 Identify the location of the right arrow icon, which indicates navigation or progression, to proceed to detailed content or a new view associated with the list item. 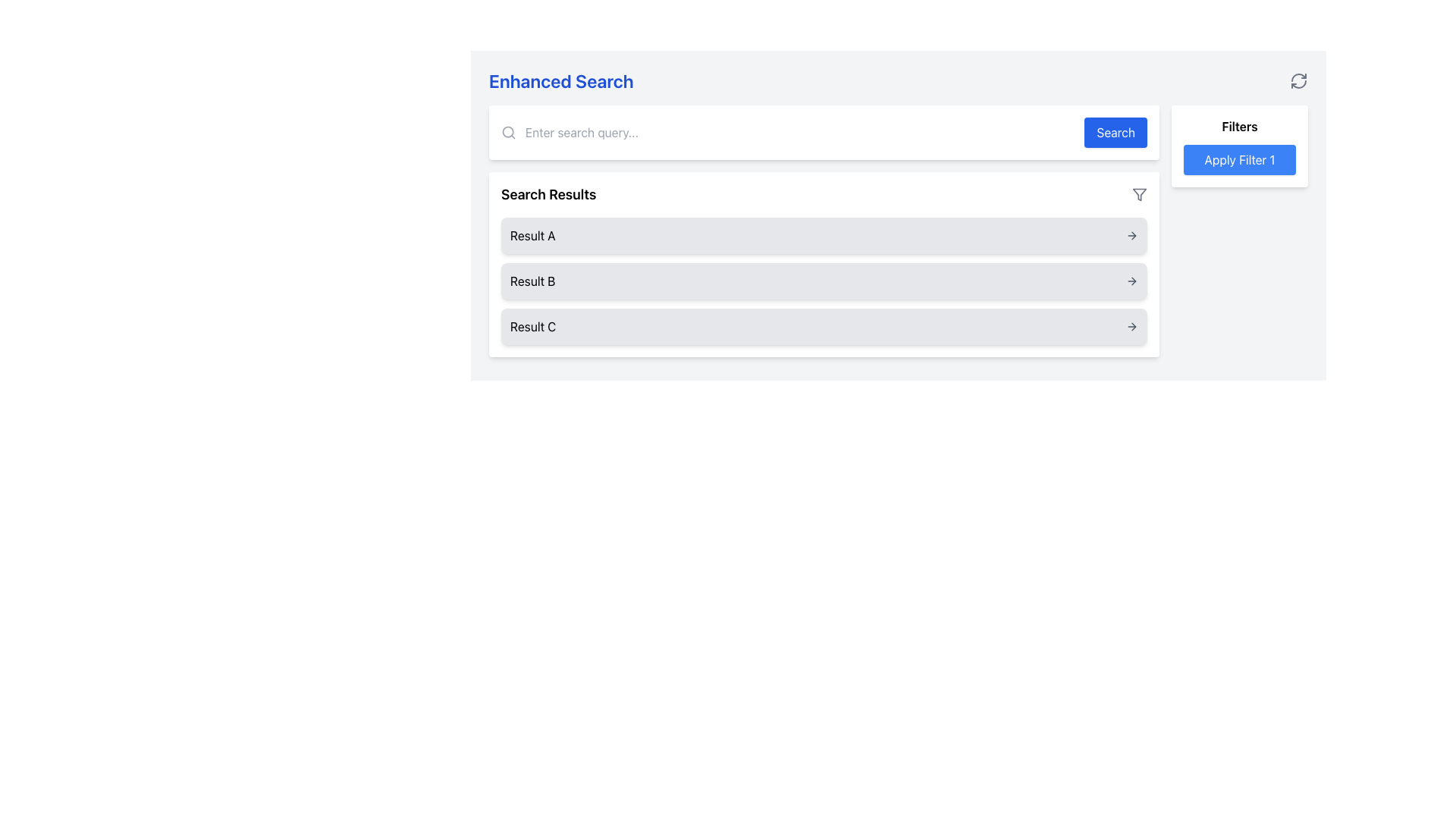
(1133, 281).